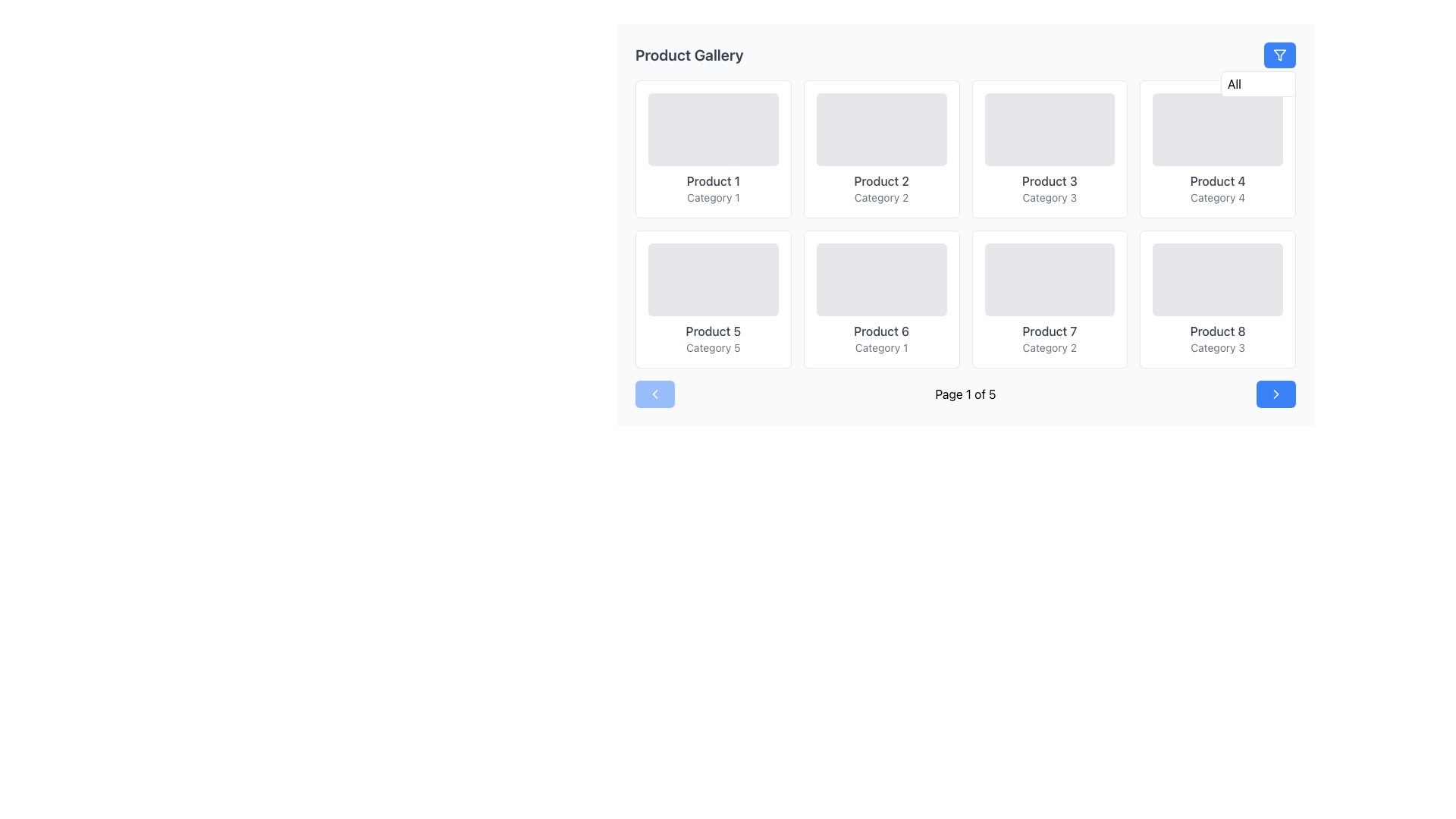 This screenshot has width=1456, height=819. I want to click on text from the Label indicating 'Category 4' for 'Product 4', located in the bottom section of the card directly below the 'Product 4' label, so click(1218, 197).